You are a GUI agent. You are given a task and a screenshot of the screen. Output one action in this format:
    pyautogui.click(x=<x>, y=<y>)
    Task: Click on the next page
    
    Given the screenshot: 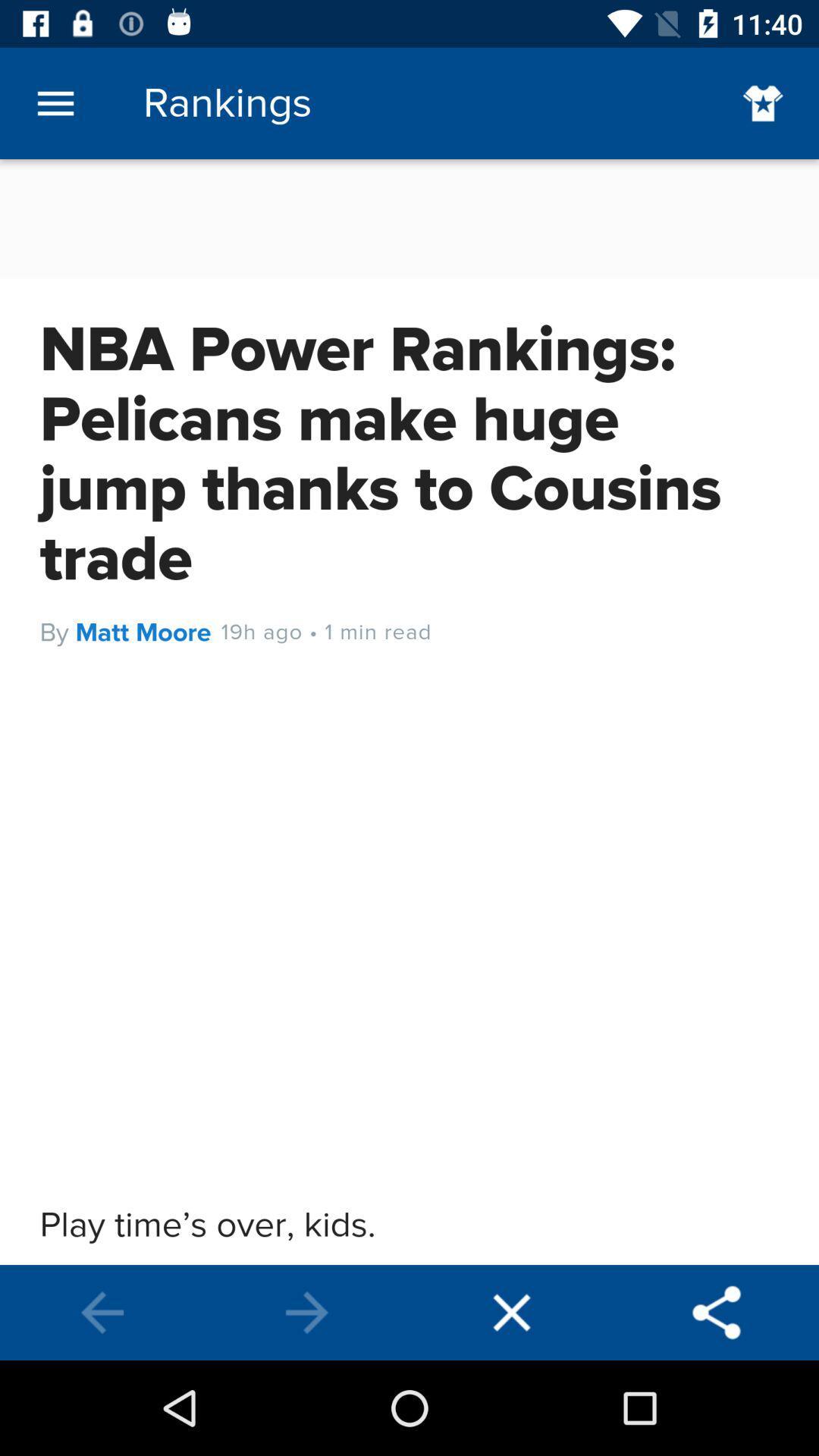 What is the action you would take?
    pyautogui.click(x=307, y=1312)
    